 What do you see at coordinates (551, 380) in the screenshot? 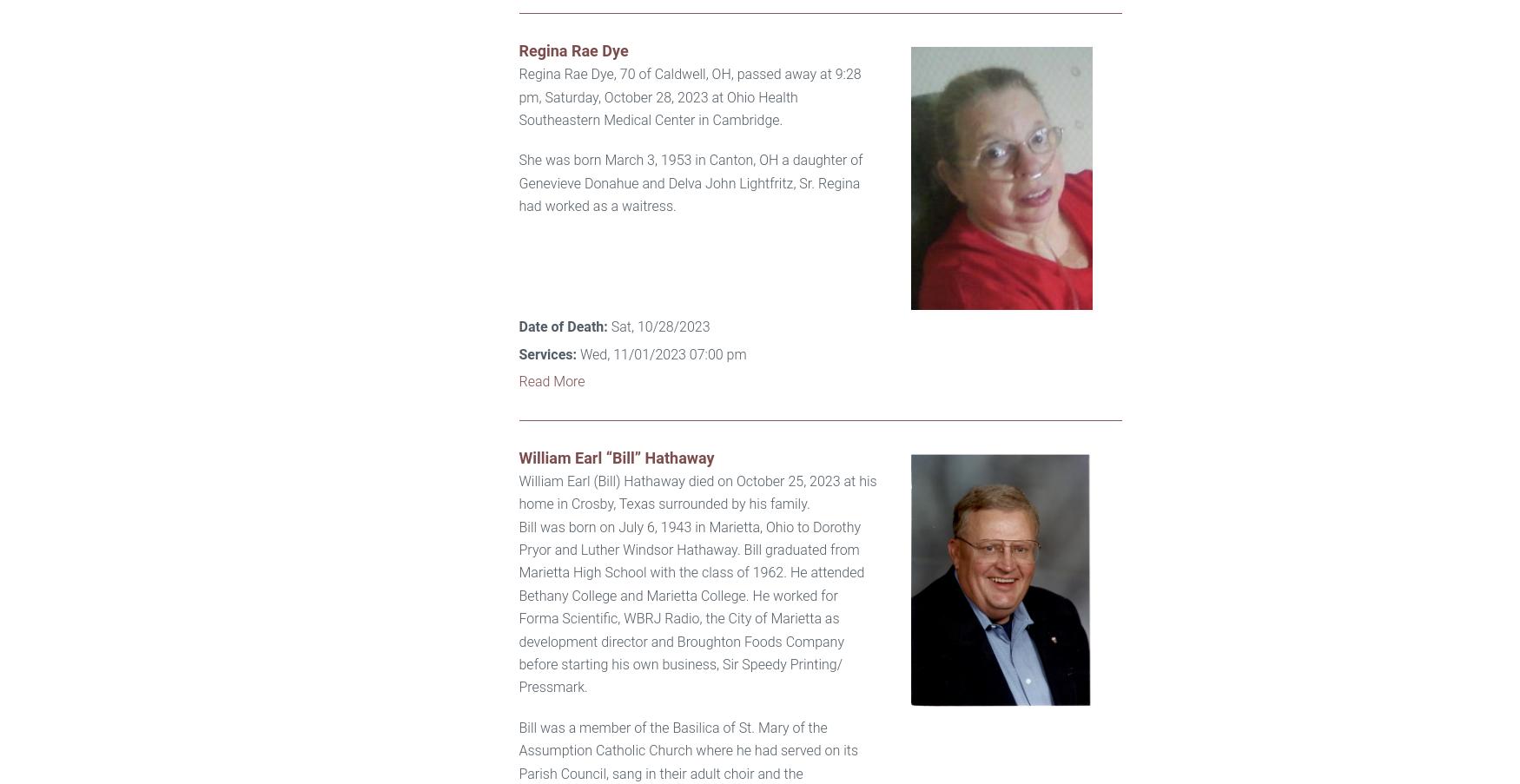
I see `'Read More'` at bounding box center [551, 380].